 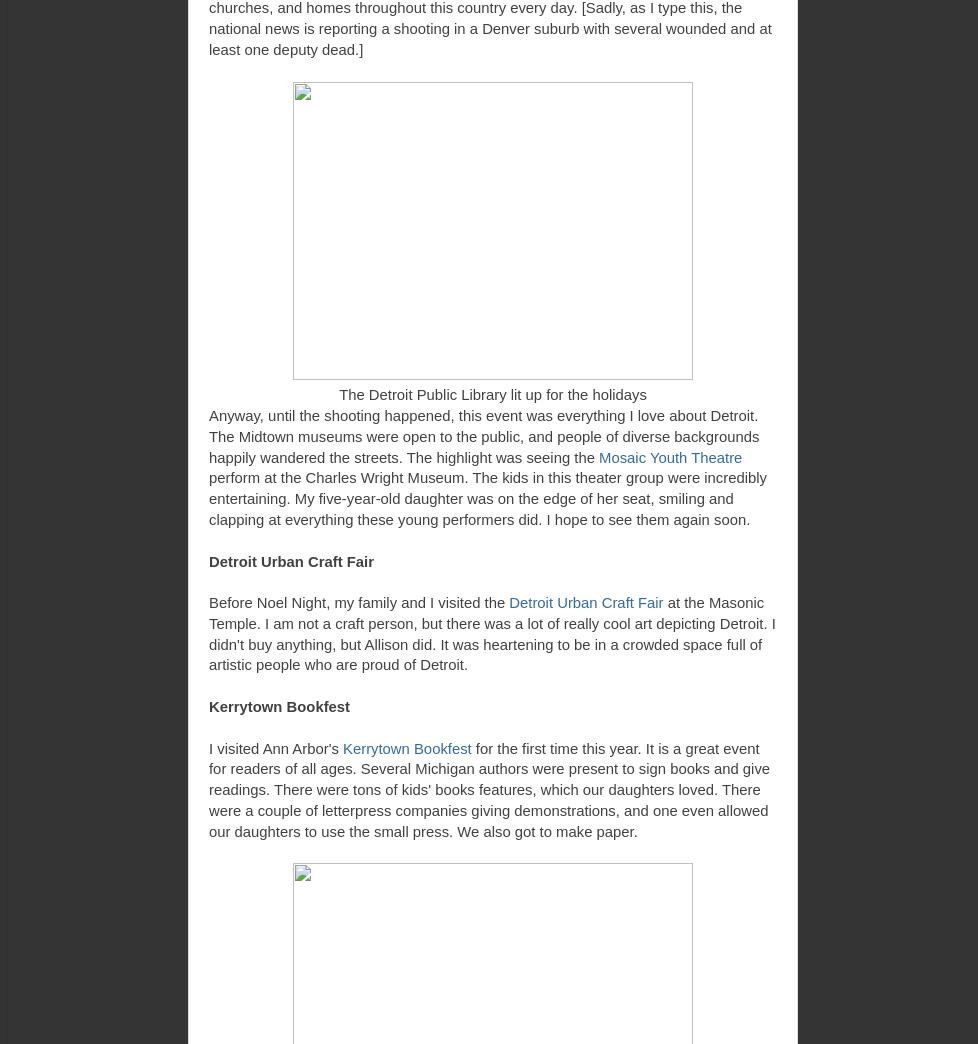 What do you see at coordinates (489, 788) in the screenshot?
I see `'for the first time this year. It is a great event for readers of all ages. Several Michigan authors were present to sign books and give readings. There were tons of kids' books features, which our daughters loved. There were a couple of letterpress companies giving demonstrations, and one even allowed our daughters to use the small press. We also got to make paper.'` at bounding box center [489, 788].